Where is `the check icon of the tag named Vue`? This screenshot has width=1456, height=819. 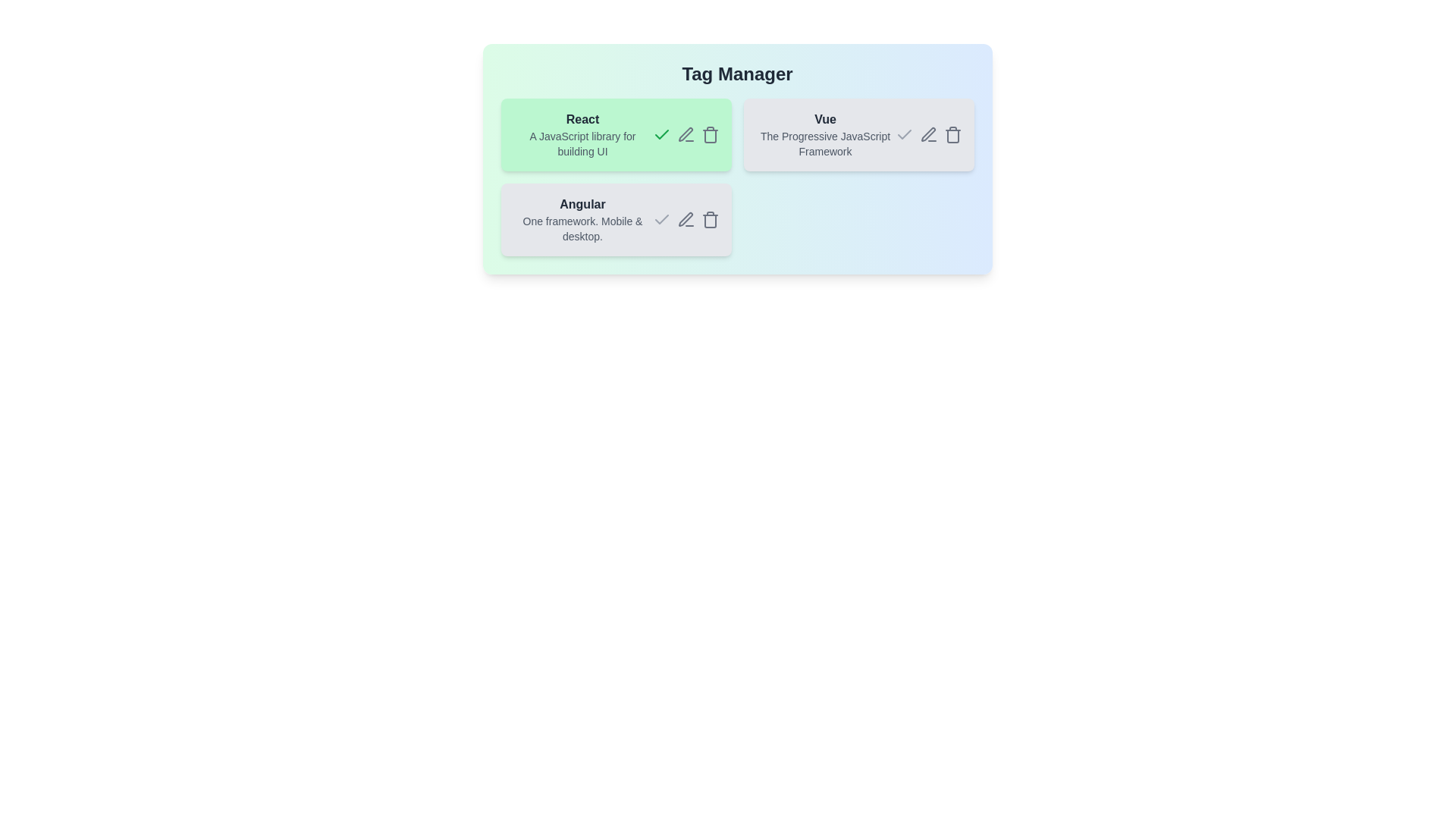 the check icon of the tag named Vue is located at coordinates (904, 133).